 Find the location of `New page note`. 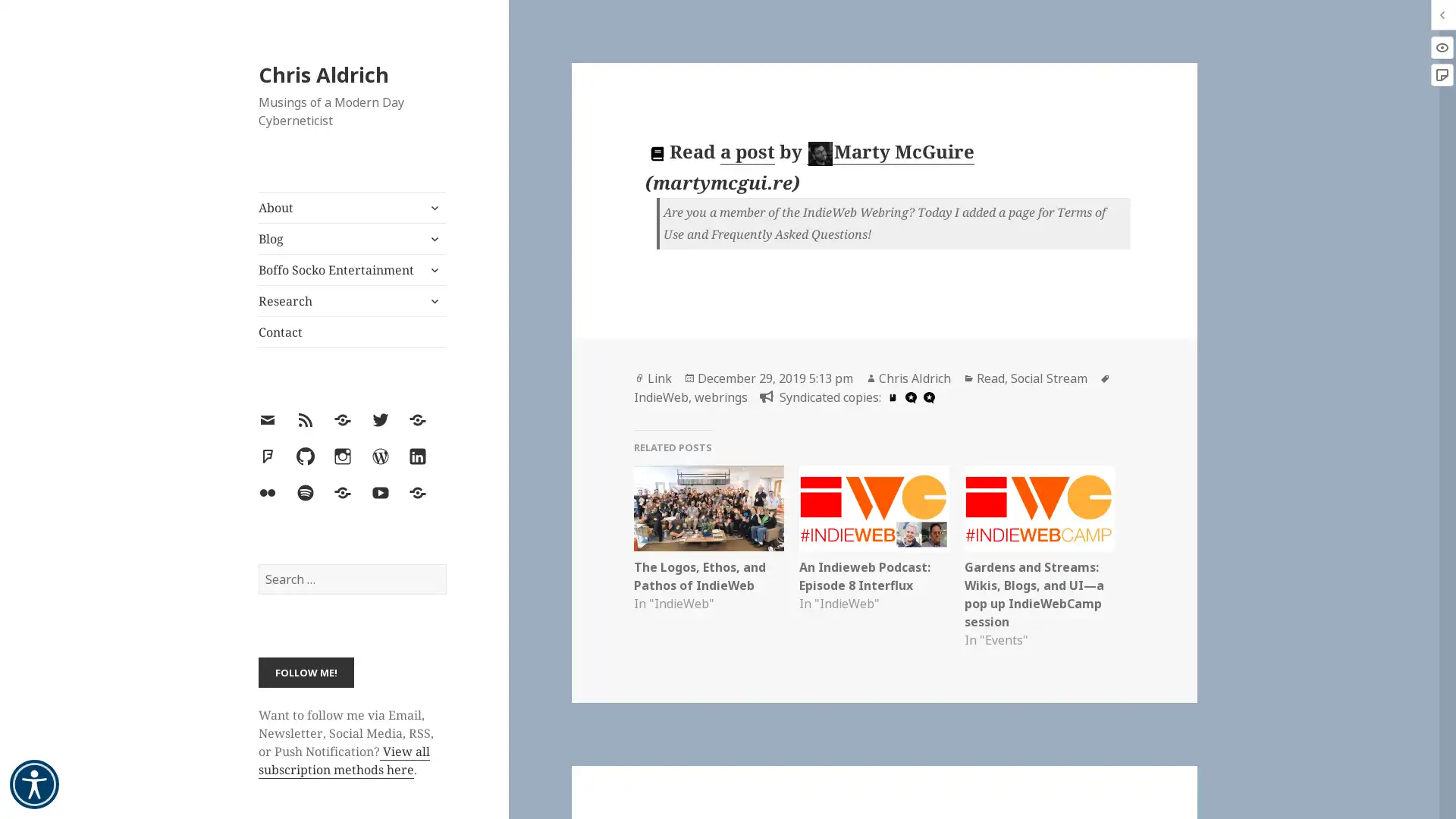

New page note is located at coordinates (1441, 75).